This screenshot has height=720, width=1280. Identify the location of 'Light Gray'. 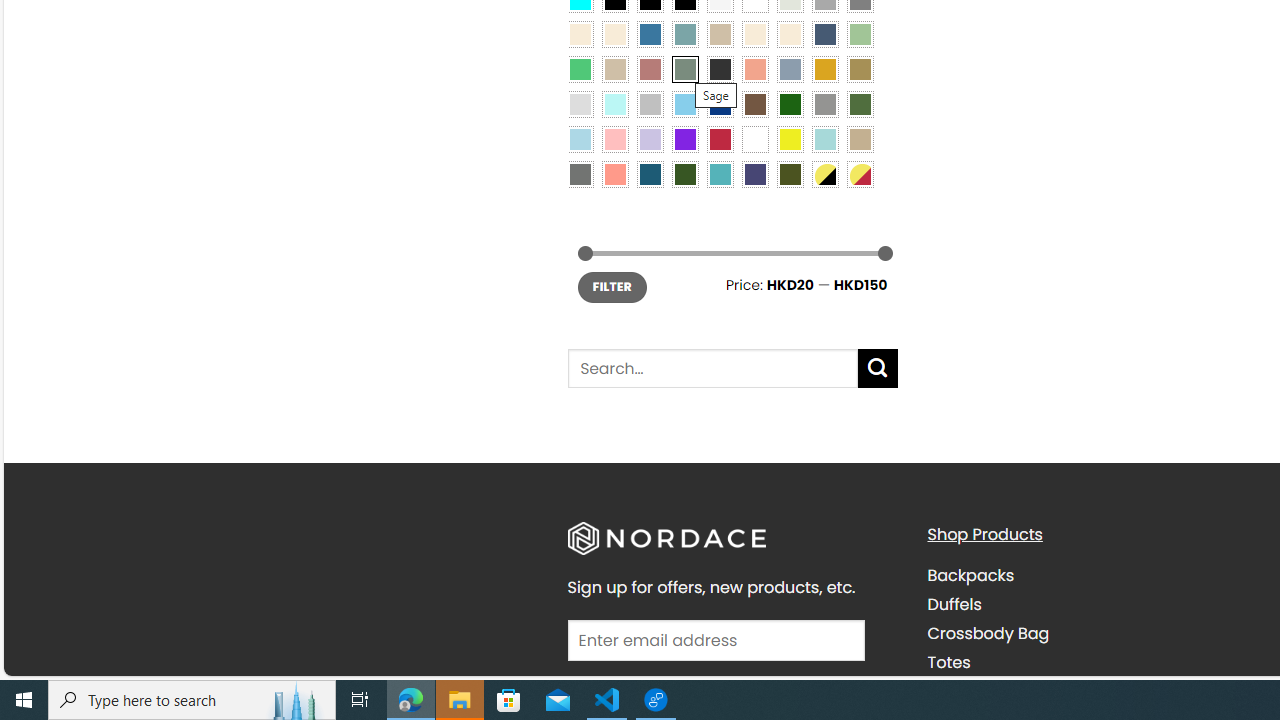
(578, 103).